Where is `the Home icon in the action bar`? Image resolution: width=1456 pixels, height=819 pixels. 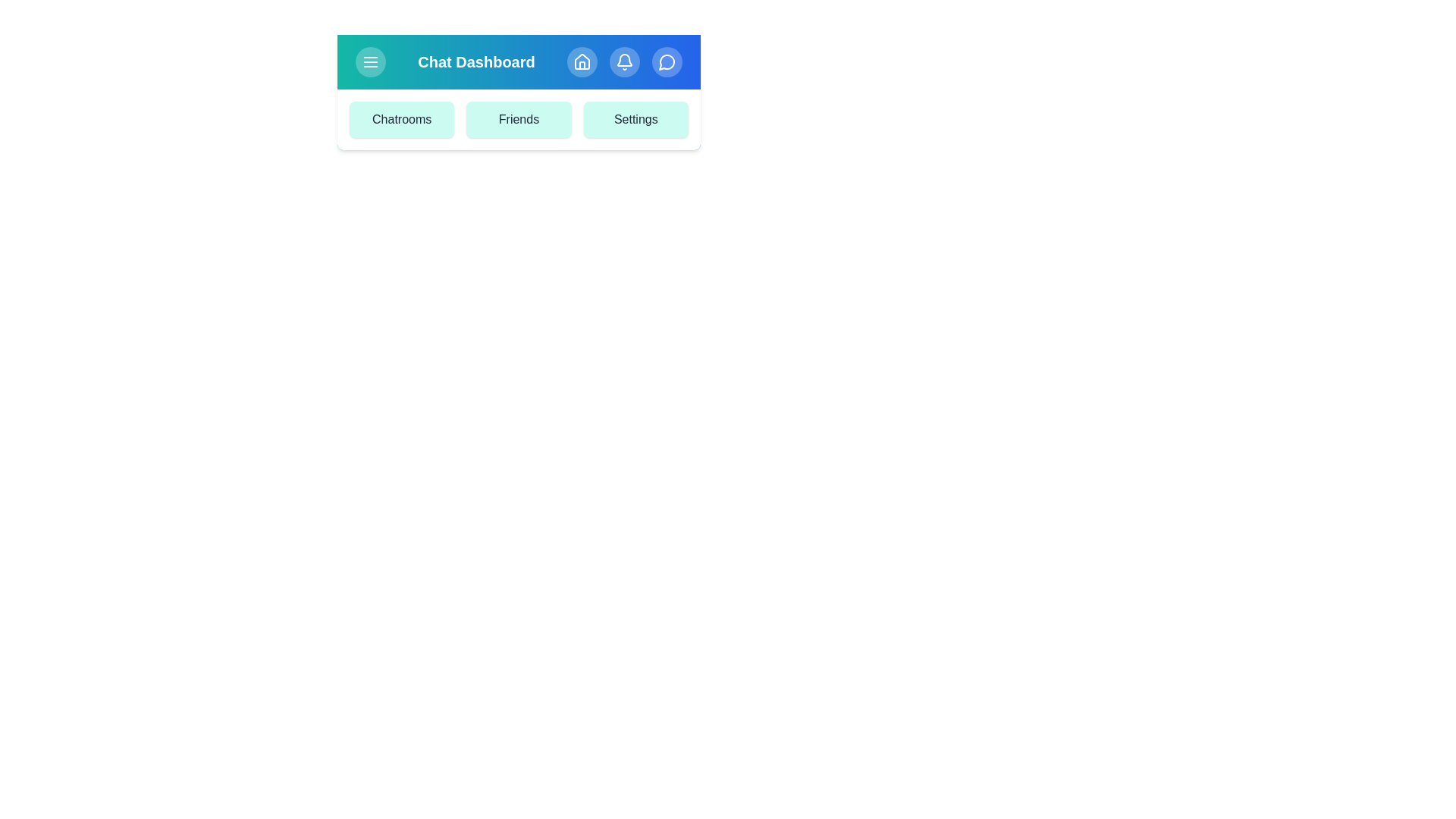 the Home icon in the action bar is located at coordinates (582, 61).